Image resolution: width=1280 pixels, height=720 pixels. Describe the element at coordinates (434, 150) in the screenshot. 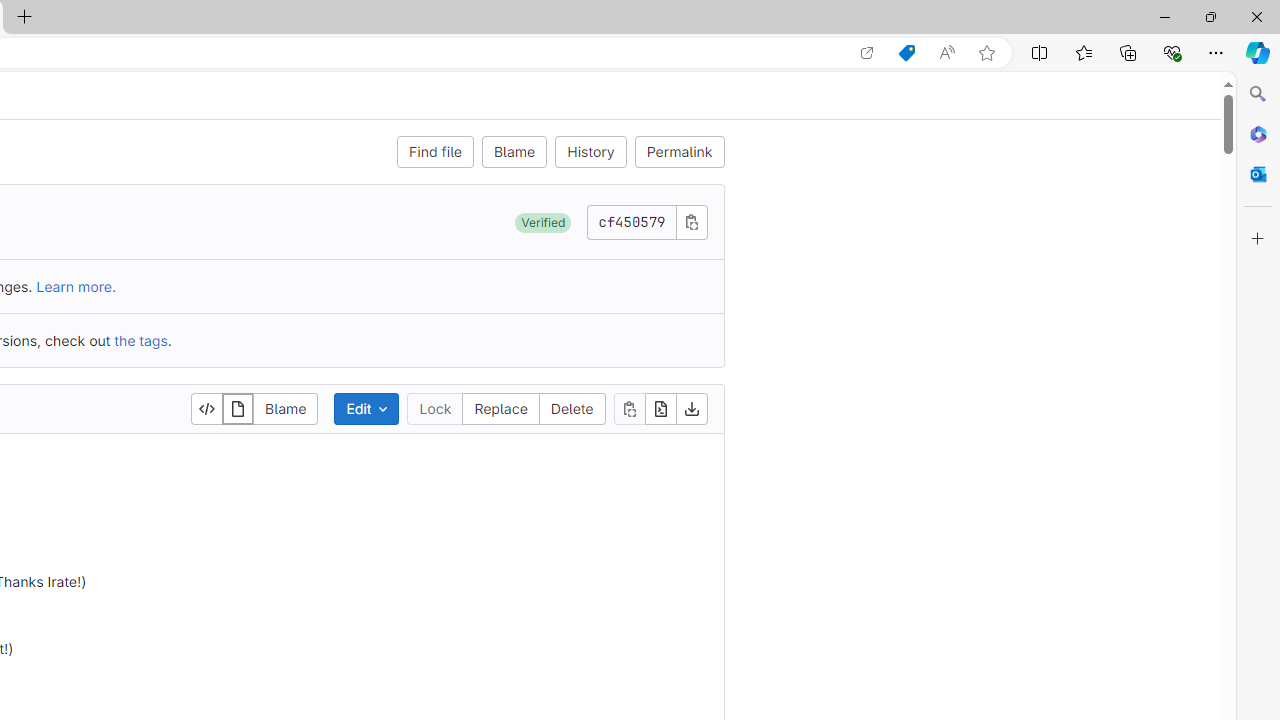

I see `'Find file'` at that location.